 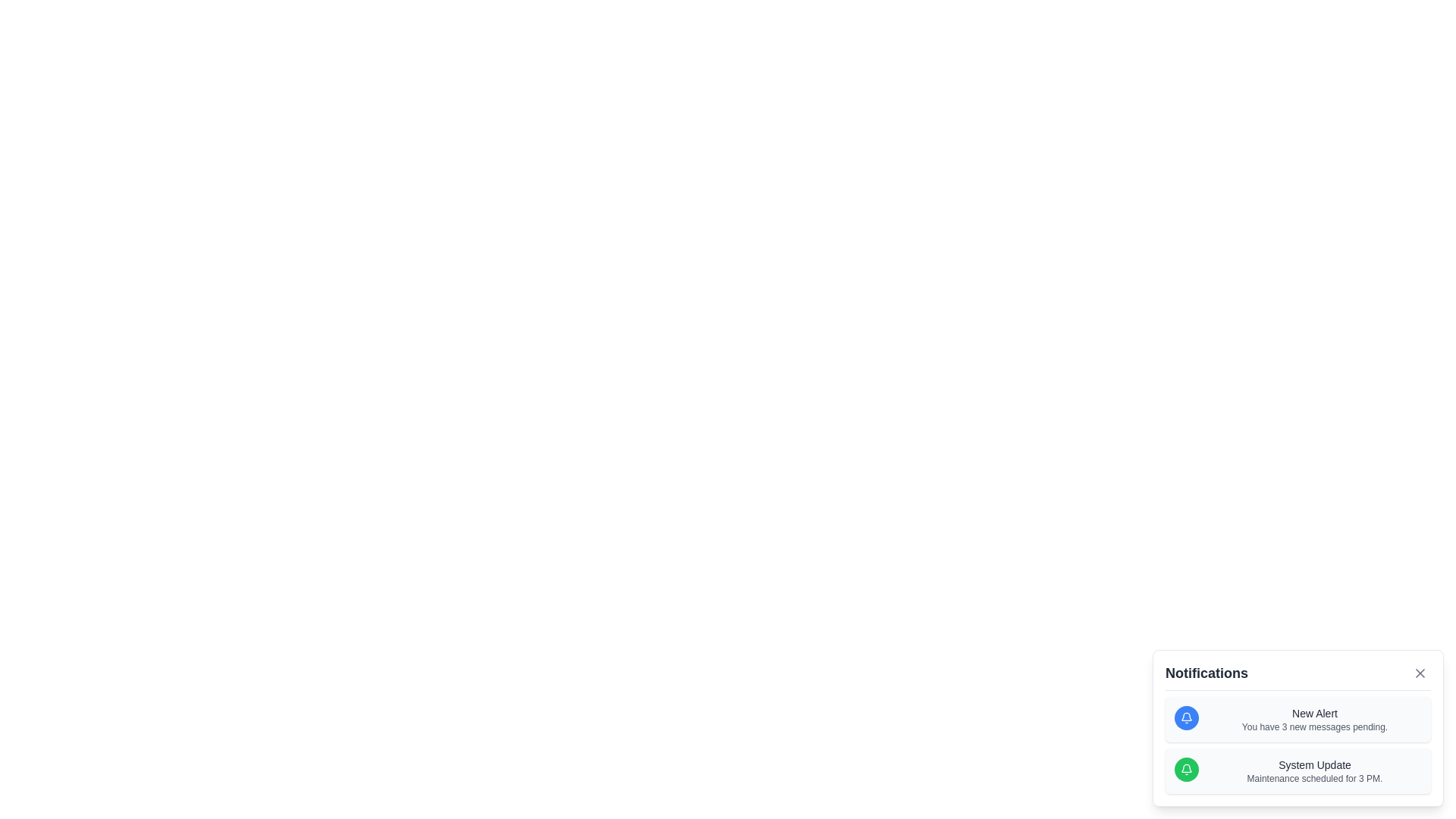 I want to click on title of the notification entry located in the bottom-right corner of the notification panel, which serves as a brief summary of the notification's purpose, so click(x=1313, y=765).